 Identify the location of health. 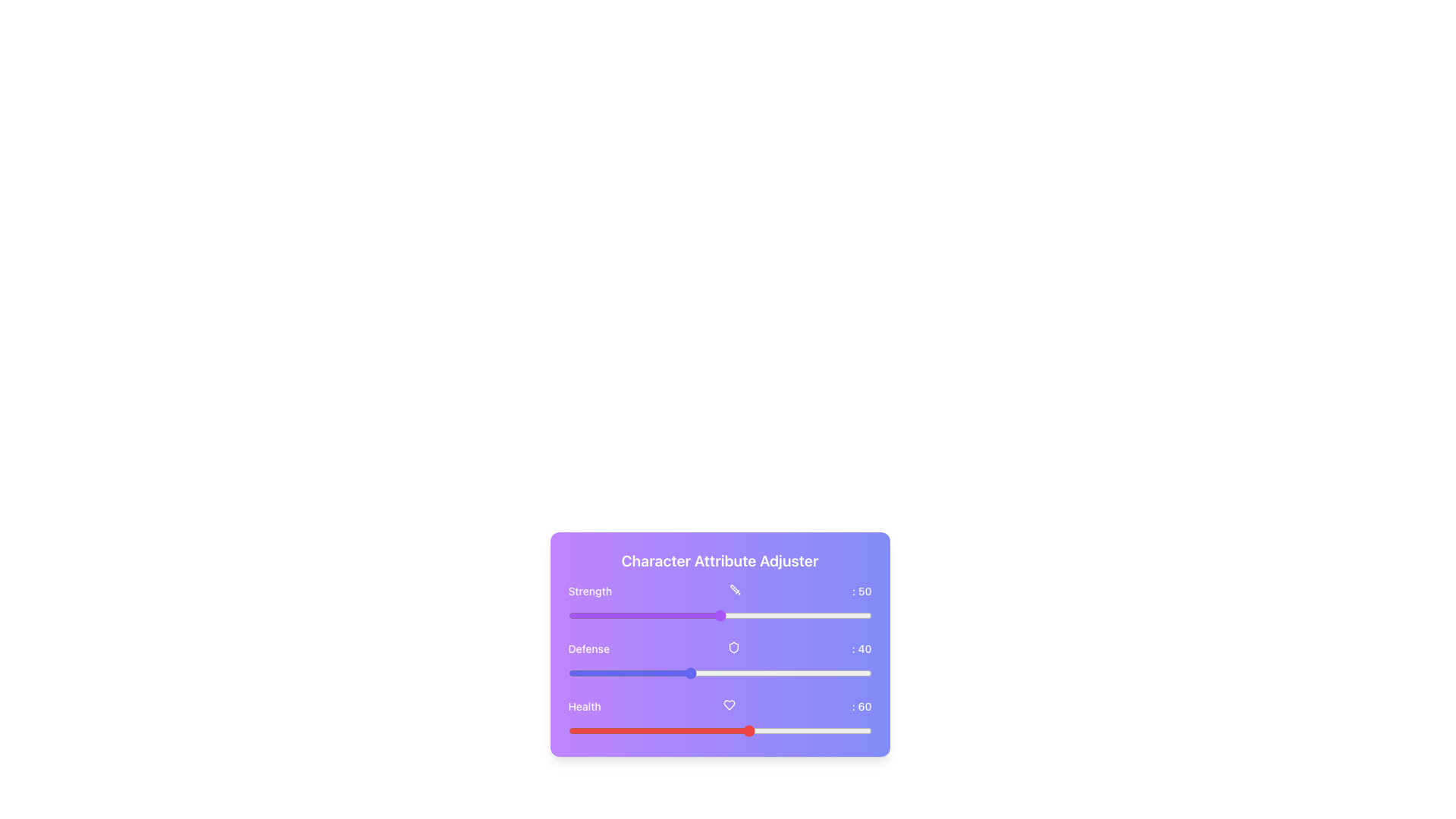
(859, 730).